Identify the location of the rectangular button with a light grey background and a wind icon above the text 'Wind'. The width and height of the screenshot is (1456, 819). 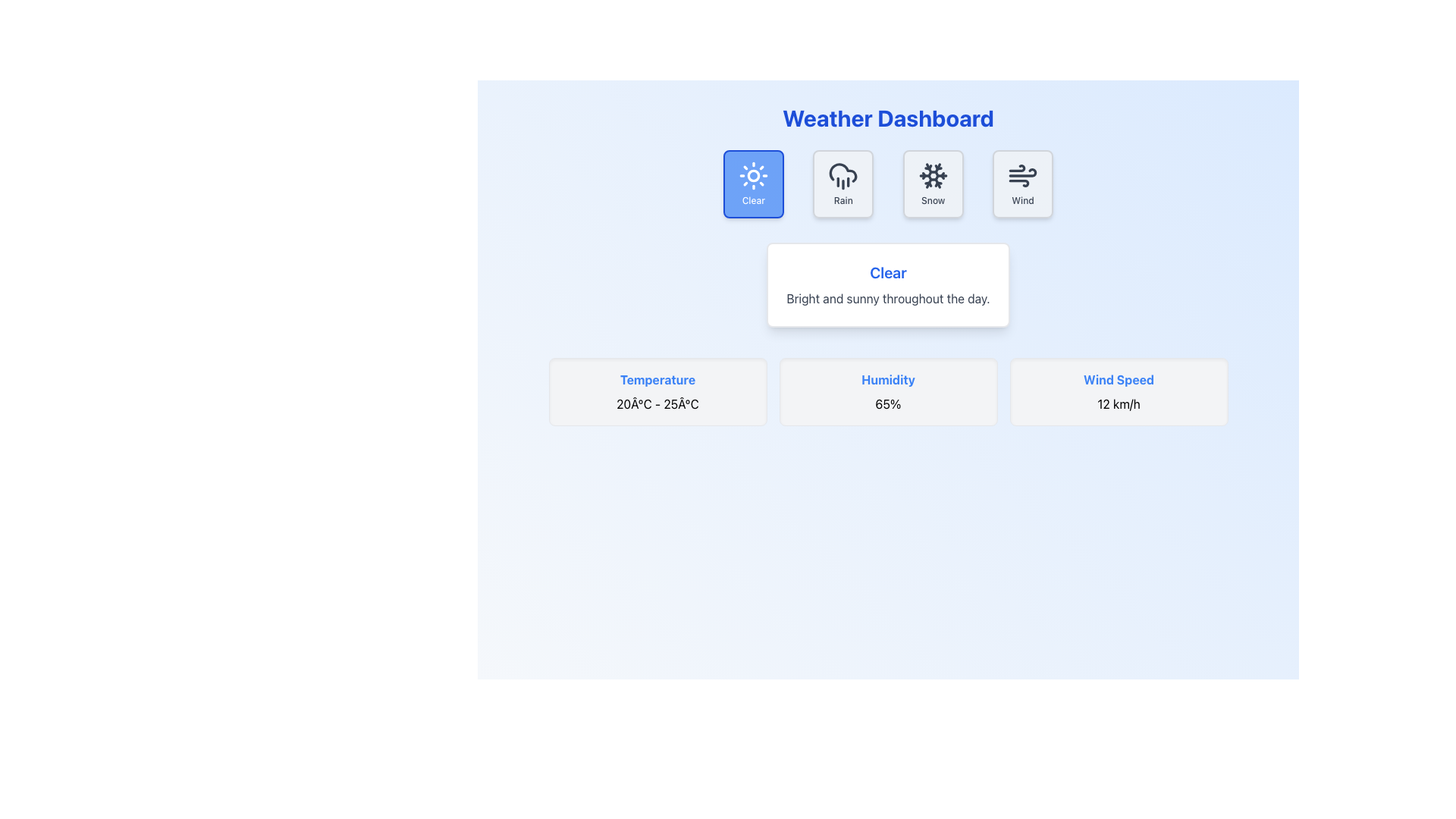
(1022, 184).